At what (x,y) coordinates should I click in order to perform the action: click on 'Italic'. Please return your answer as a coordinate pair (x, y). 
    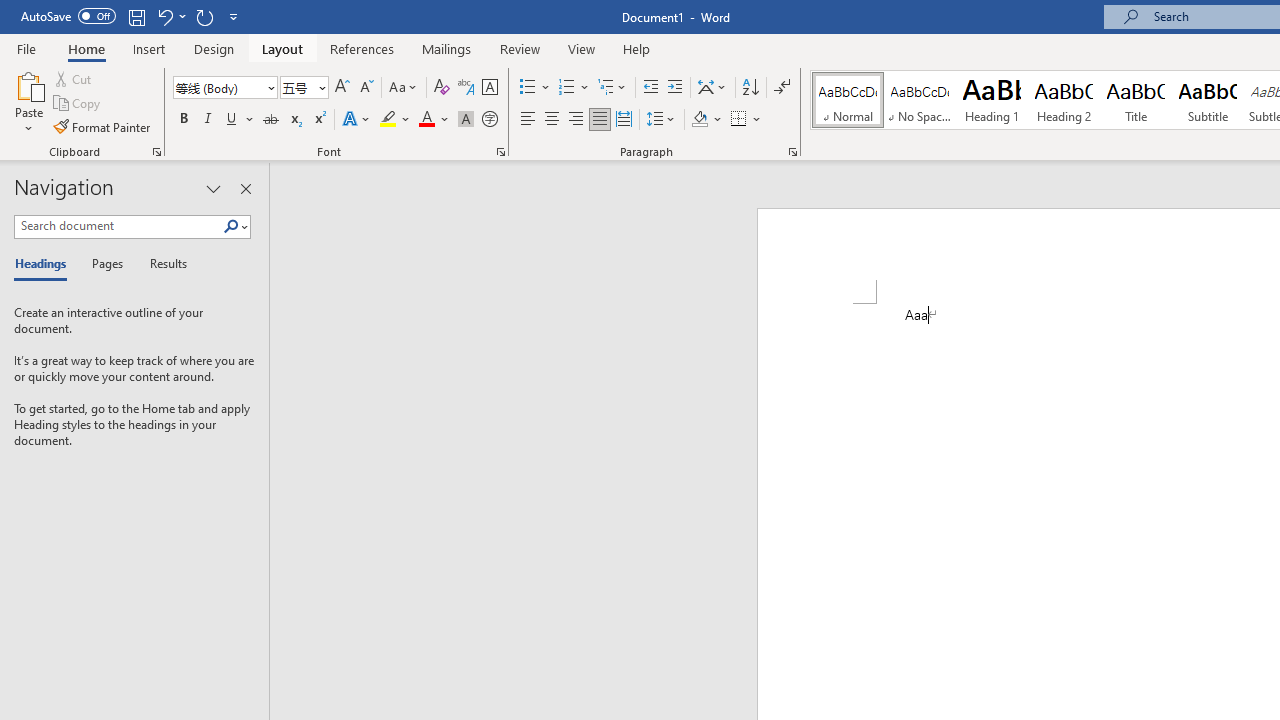
    Looking at the image, I should click on (208, 119).